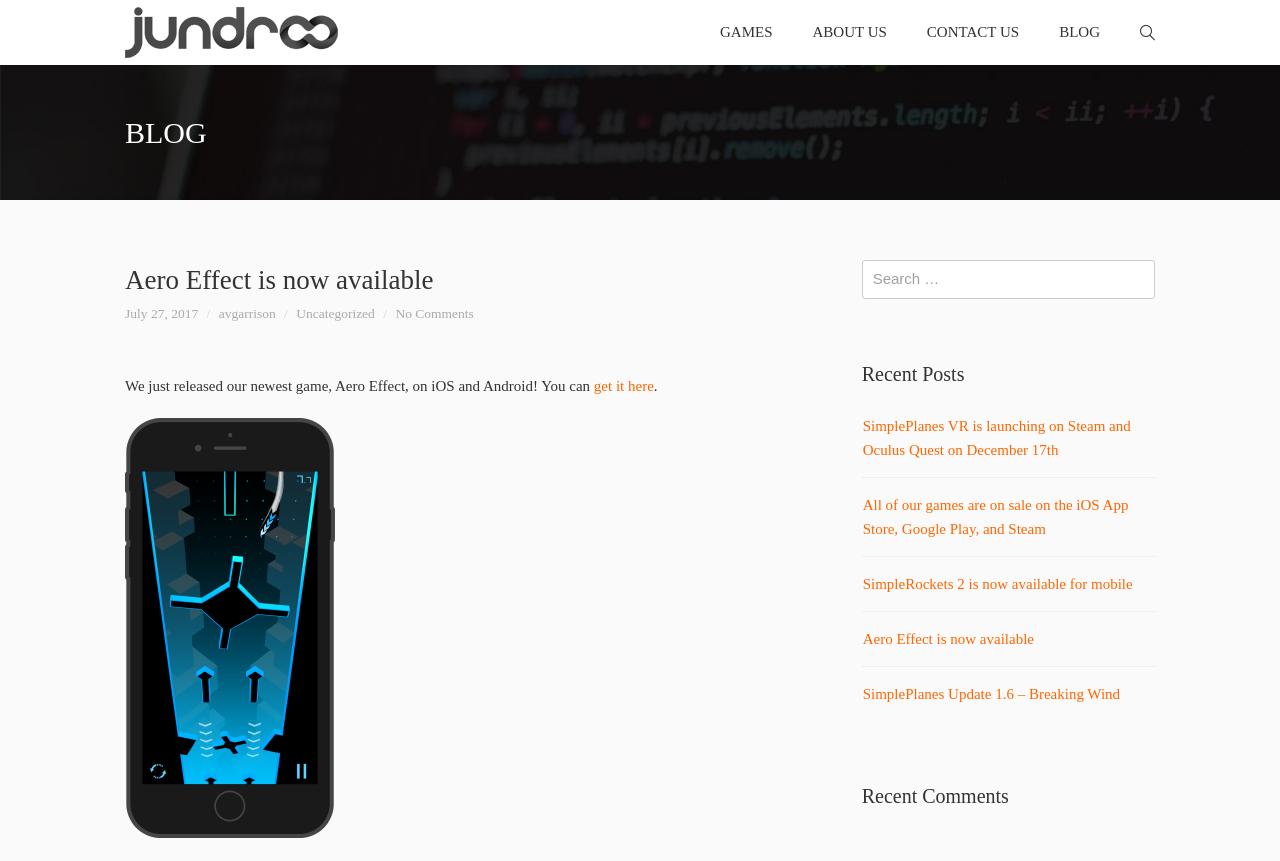 The image size is (1280, 861). I want to click on 'get it here', so click(621, 385).